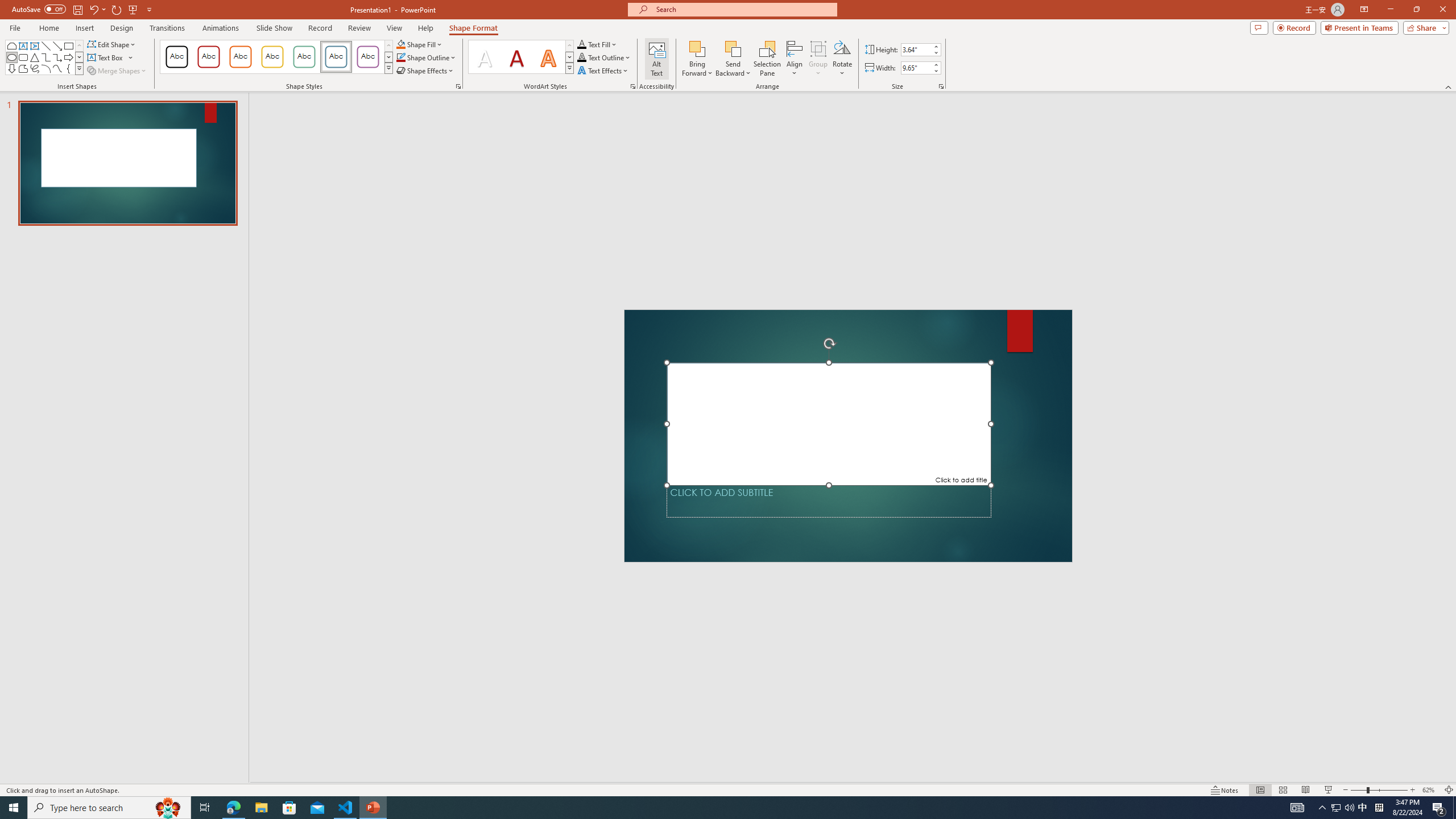  What do you see at coordinates (276, 56) in the screenshot?
I see `'AutomationID: ShapeStylesGallery'` at bounding box center [276, 56].